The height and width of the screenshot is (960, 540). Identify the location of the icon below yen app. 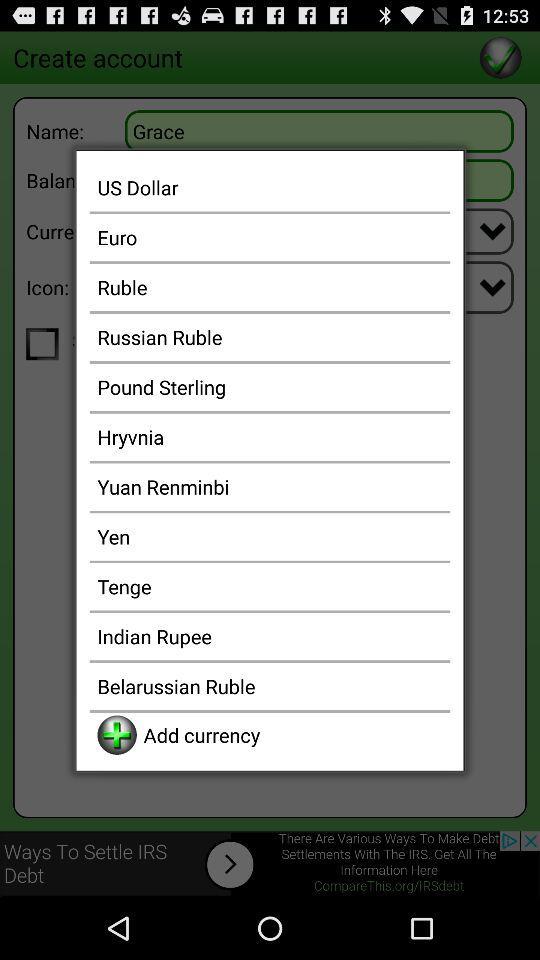
(270, 586).